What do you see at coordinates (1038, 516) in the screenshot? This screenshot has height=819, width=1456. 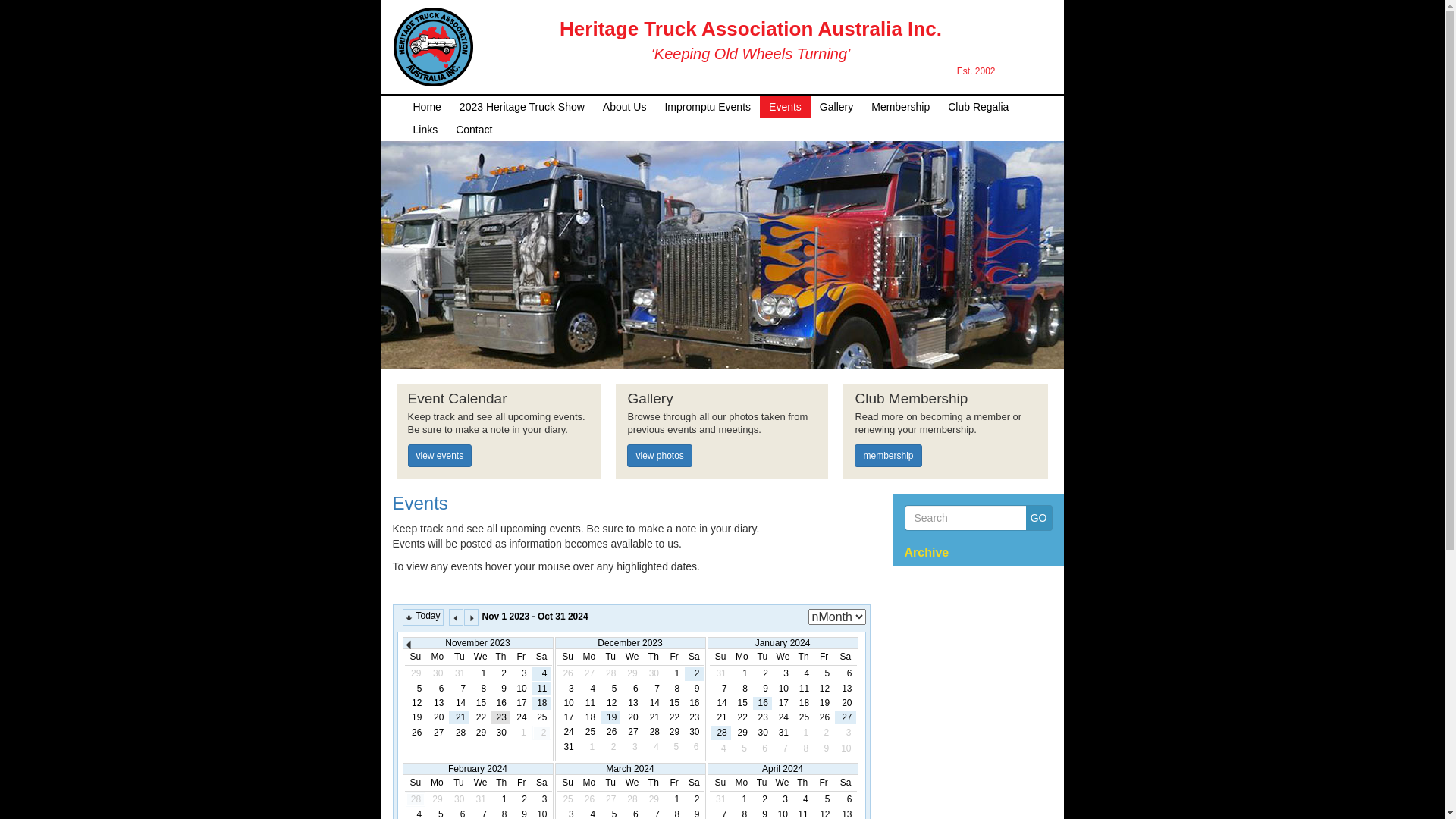 I see `'GO'` at bounding box center [1038, 516].